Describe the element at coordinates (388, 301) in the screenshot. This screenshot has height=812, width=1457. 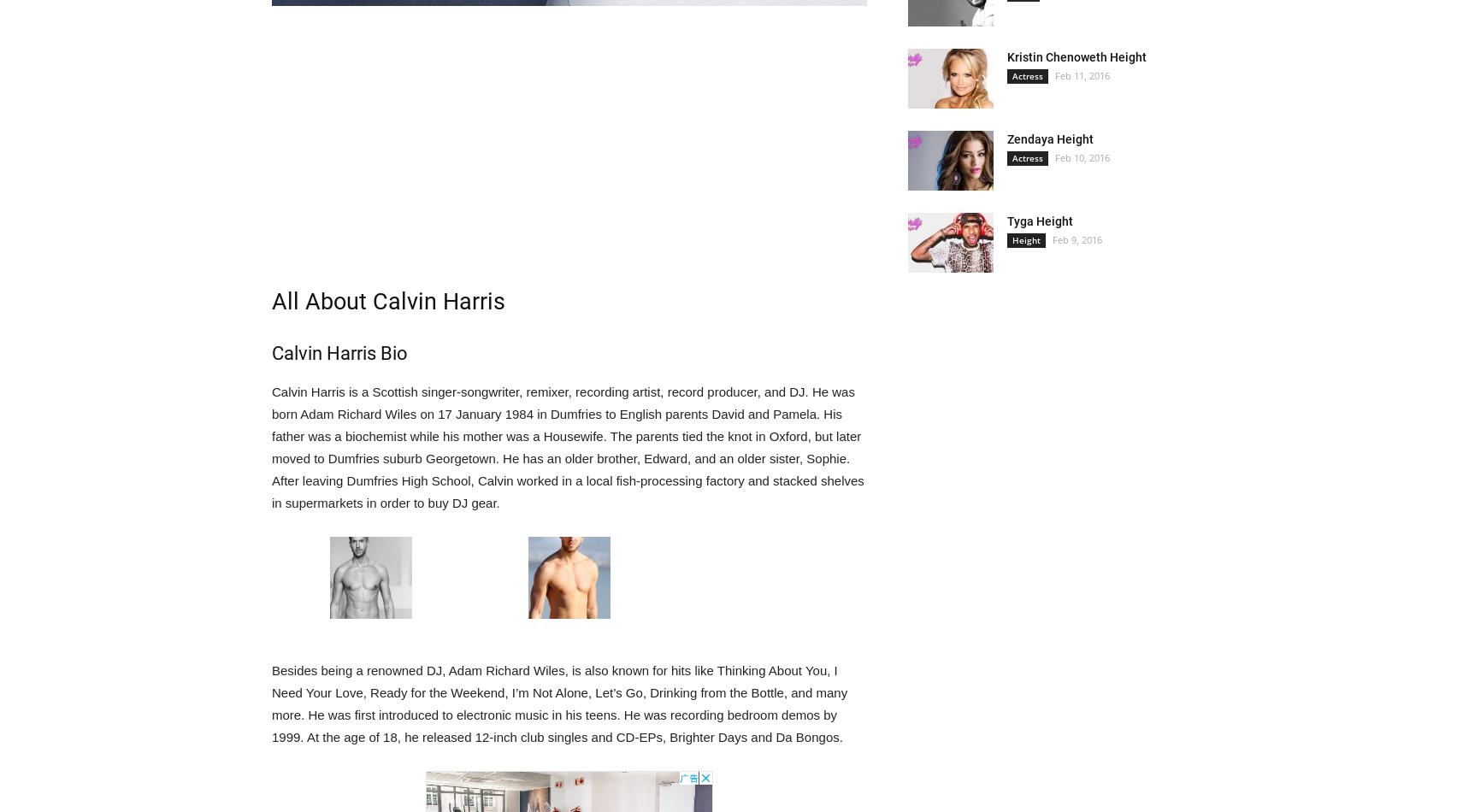
I see `'All About Calvin Harris'` at that location.